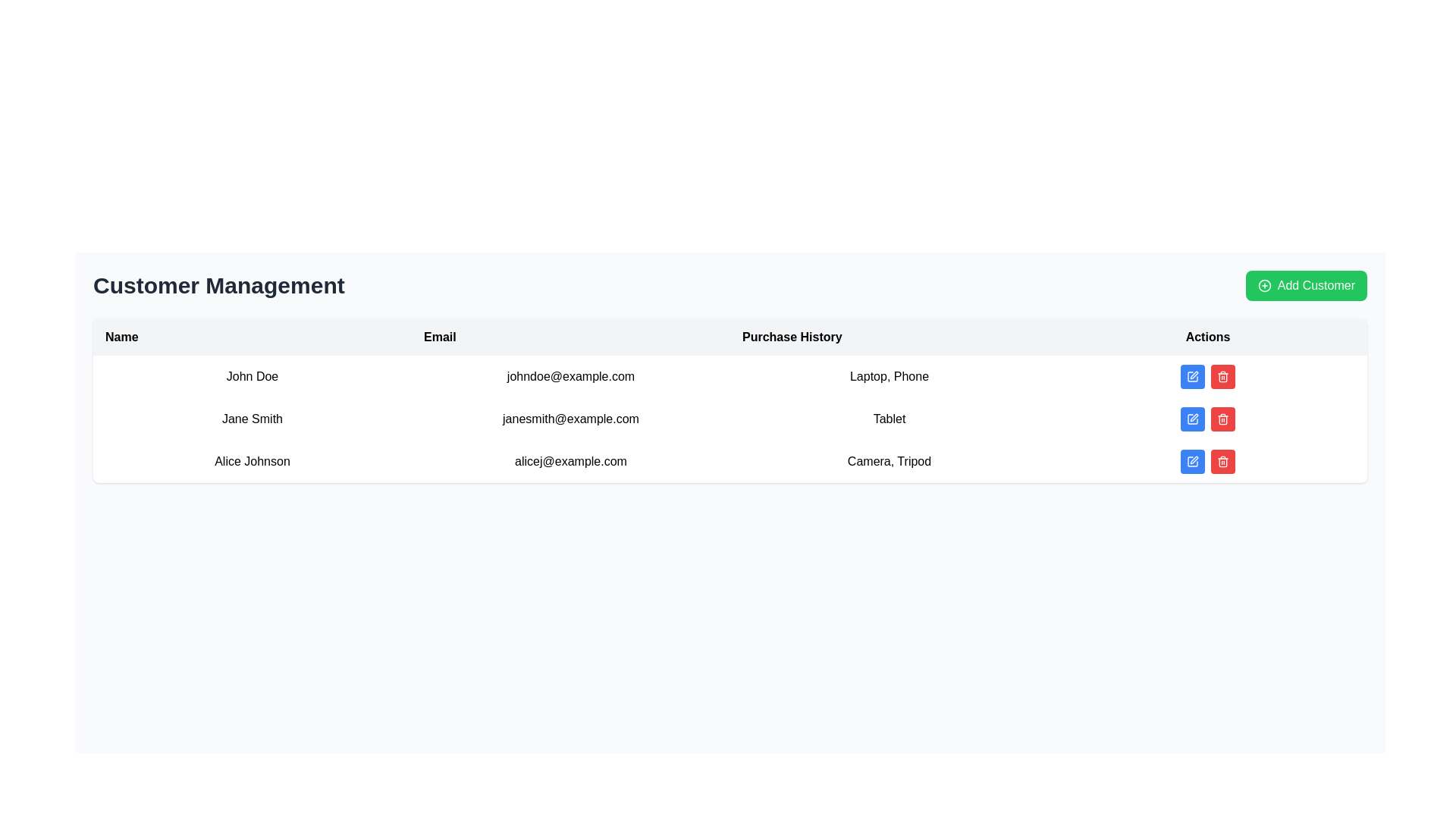 This screenshot has height=819, width=1456. Describe the element at coordinates (889, 419) in the screenshot. I see `the Text label displaying the purchase item 'Tablet' for user 'Jane Smith' in the 'Purchase History' column` at that location.